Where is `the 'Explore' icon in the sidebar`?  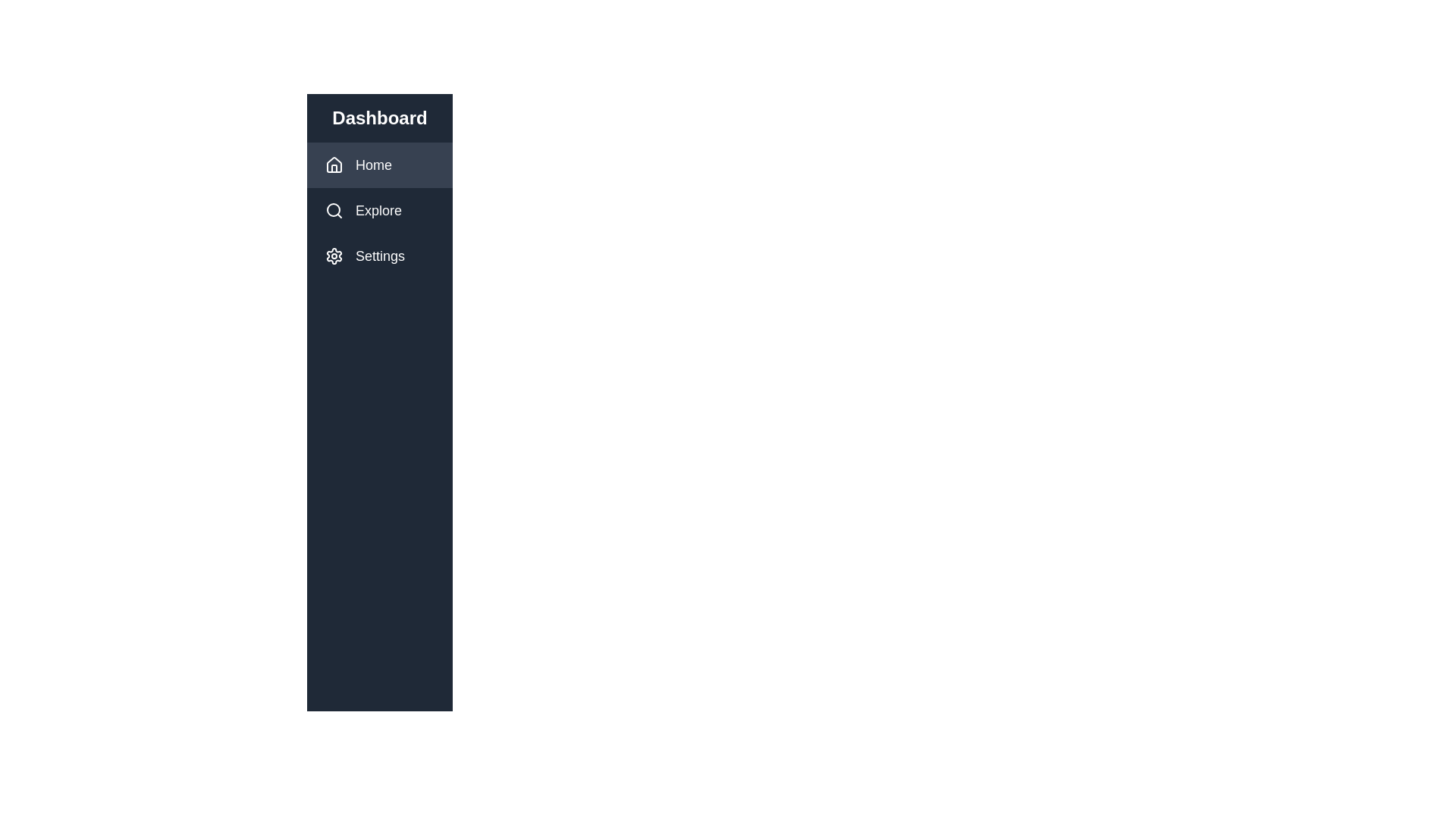
the 'Explore' icon in the sidebar is located at coordinates (334, 210).